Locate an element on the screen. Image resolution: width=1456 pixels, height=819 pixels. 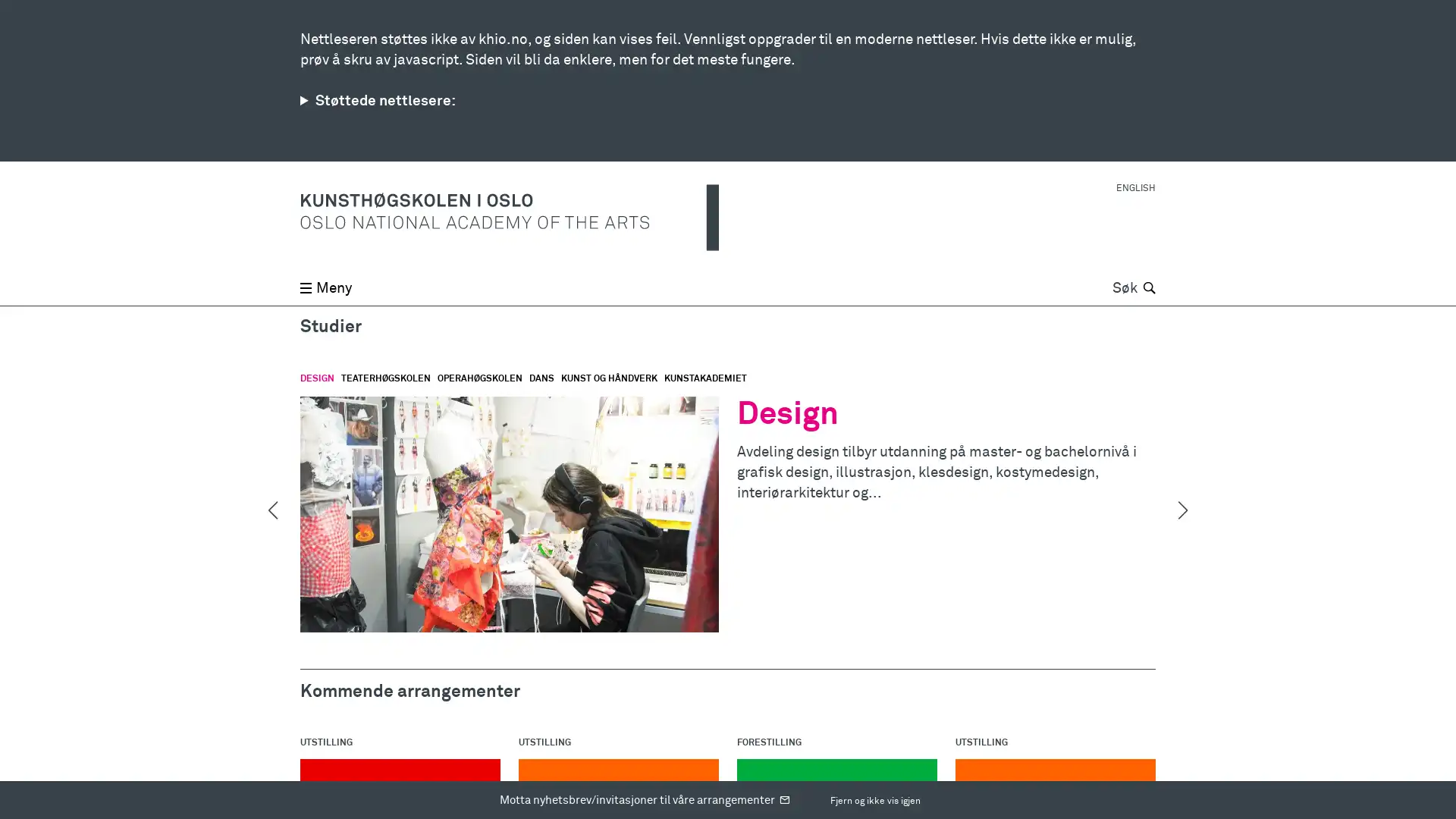
Sk is located at coordinates (1147, 19).